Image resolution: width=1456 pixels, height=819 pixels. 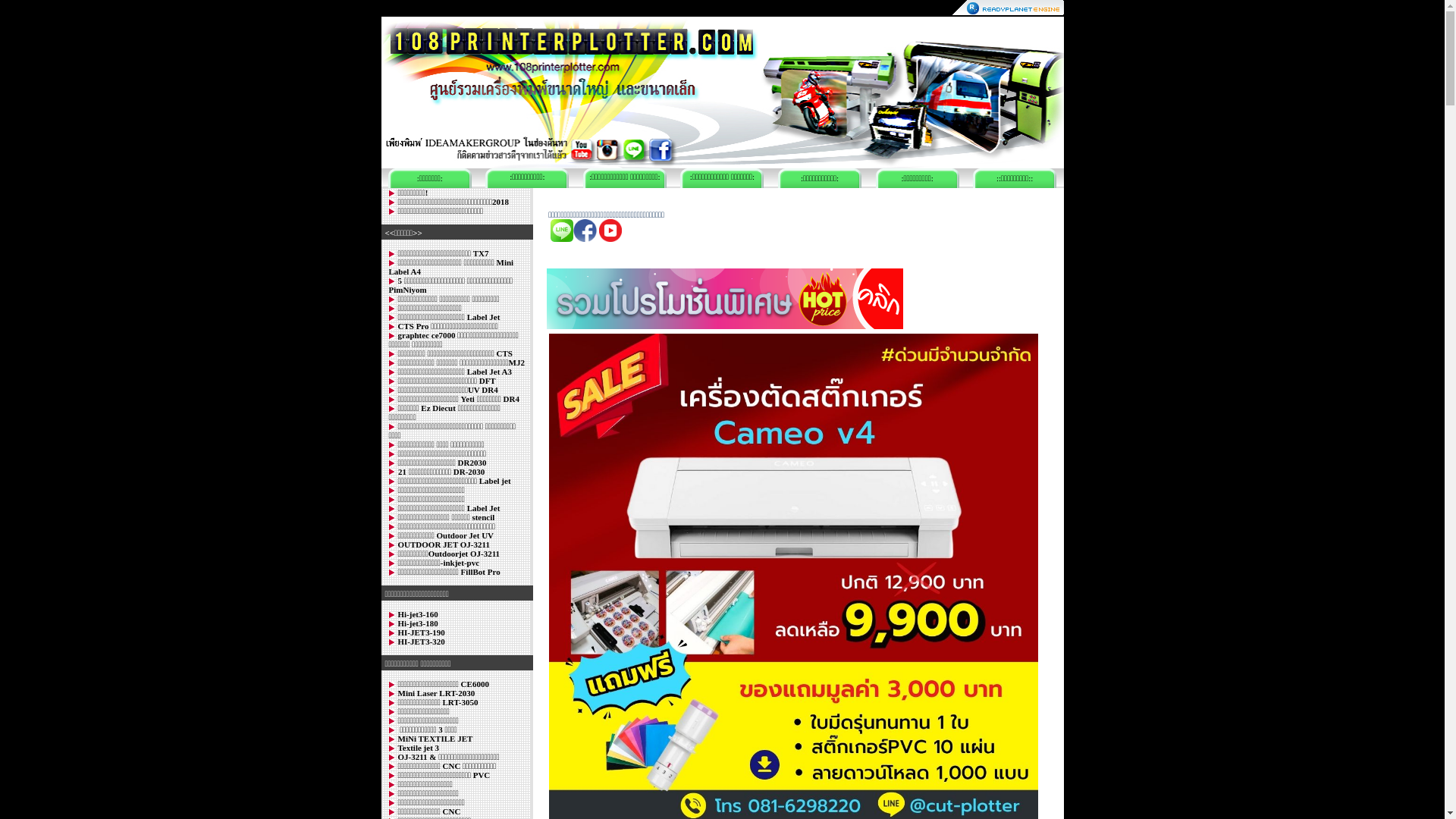 What do you see at coordinates (421, 632) in the screenshot?
I see `'HI-JET3-190'` at bounding box center [421, 632].